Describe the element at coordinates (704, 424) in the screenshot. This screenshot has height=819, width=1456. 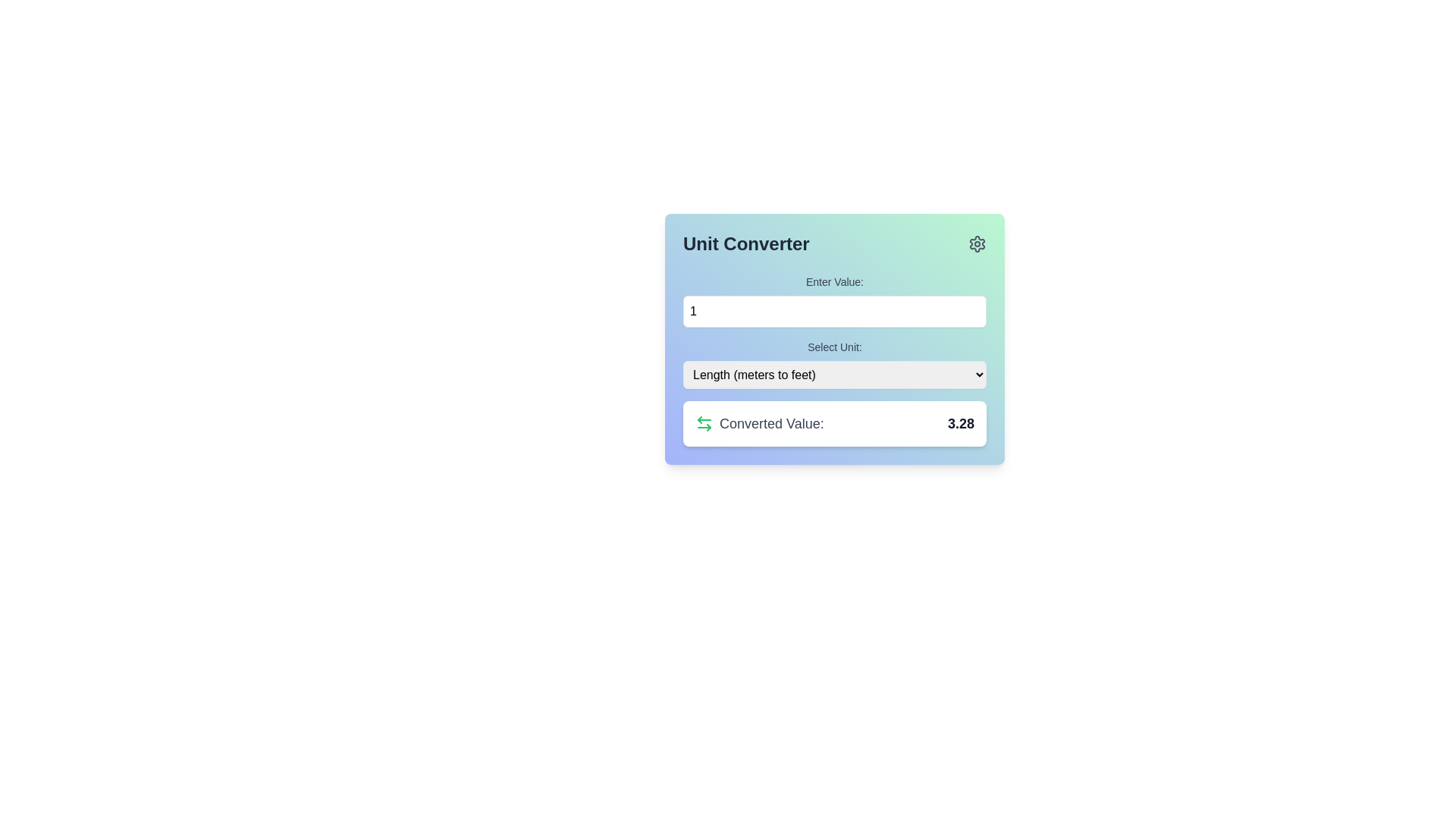
I see `the green bidirectional arrow icon located to the left of the 'Converted Value:' label in the 'Unit Converter' card interface` at that location.